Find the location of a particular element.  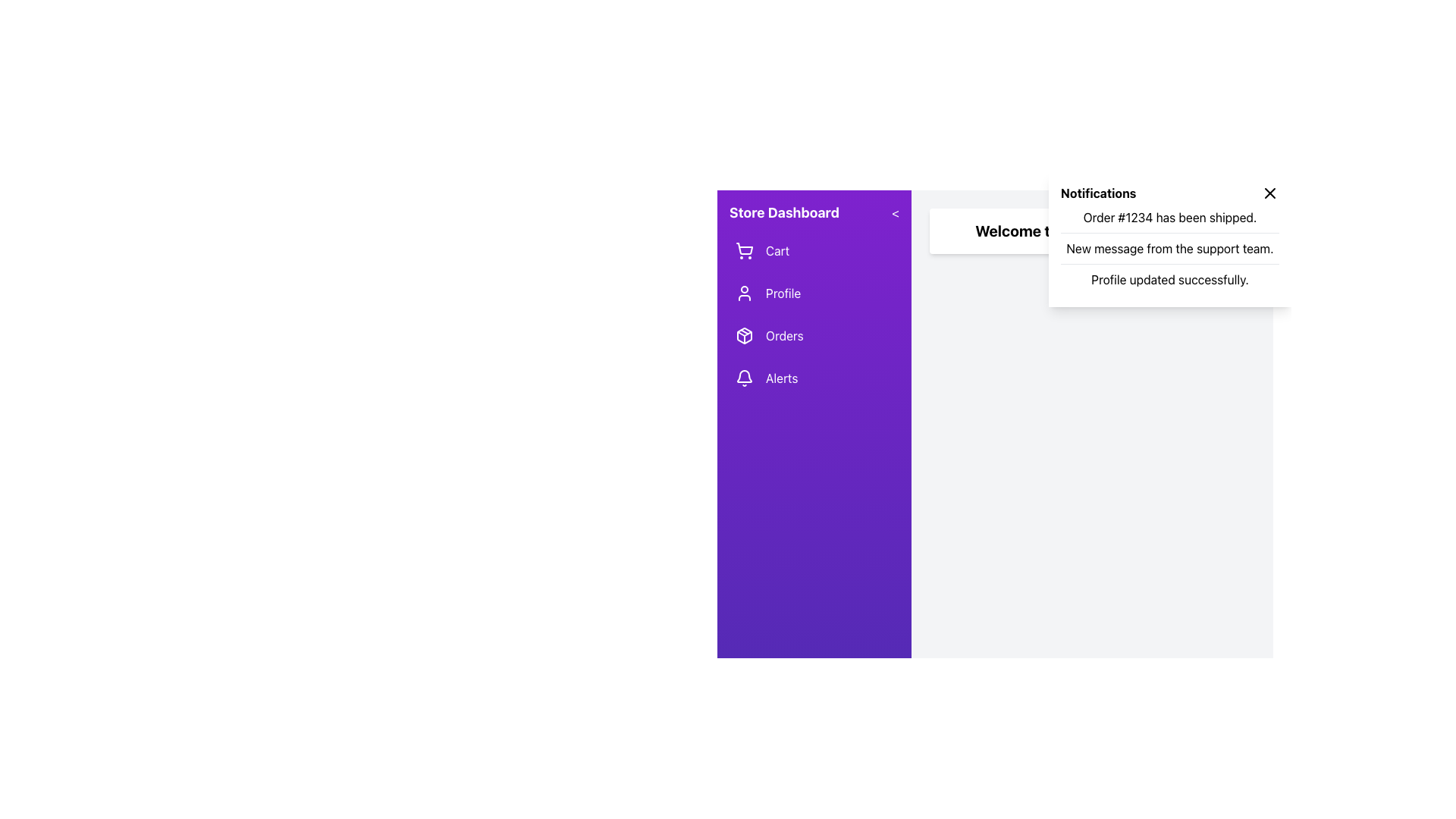

the Notification Panel located at the upper-right corner of the interface, displaying recent updates or messages is located at coordinates (1169, 239).